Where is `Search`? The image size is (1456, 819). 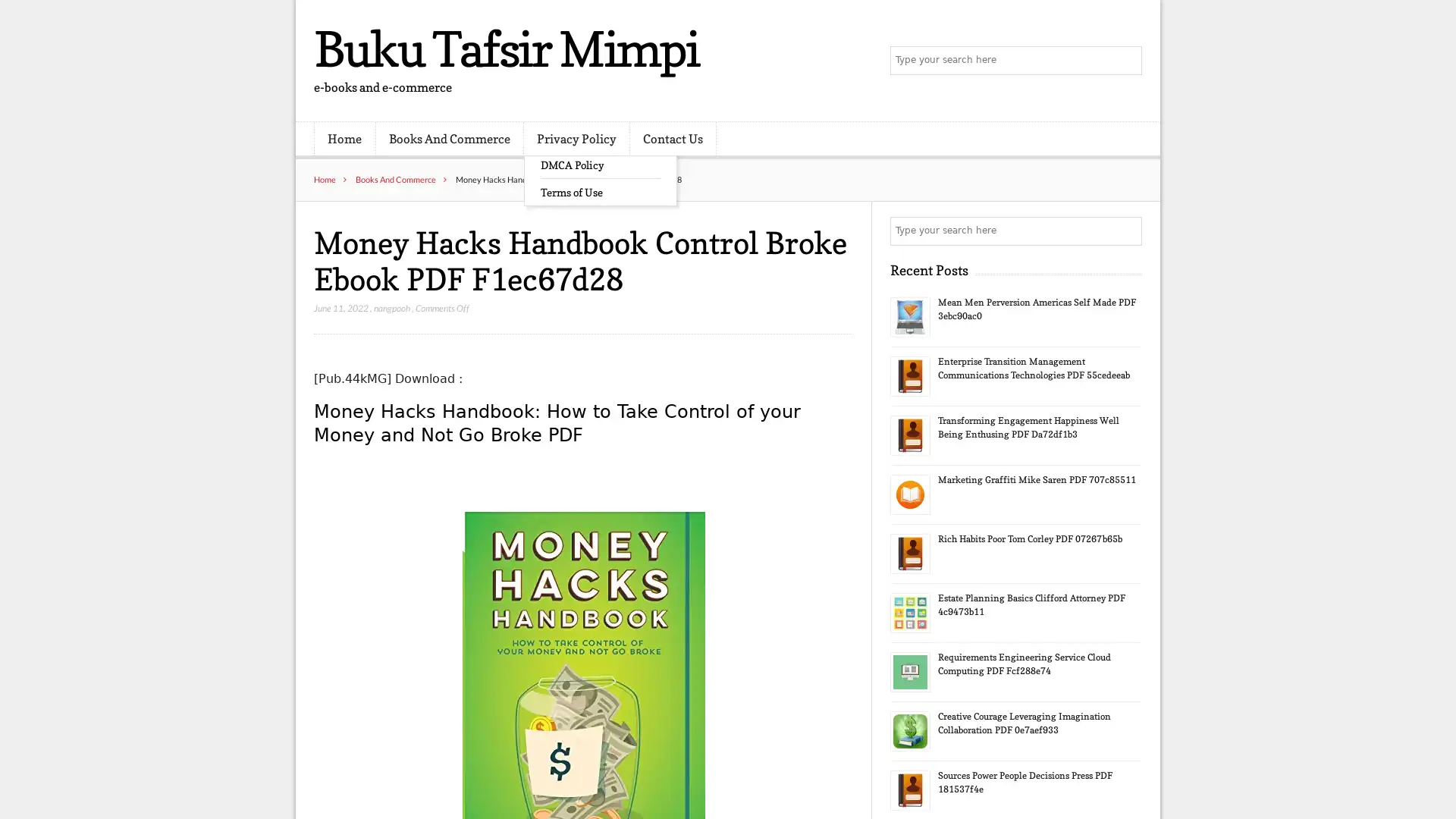 Search is located at coordinates (1126, 61).